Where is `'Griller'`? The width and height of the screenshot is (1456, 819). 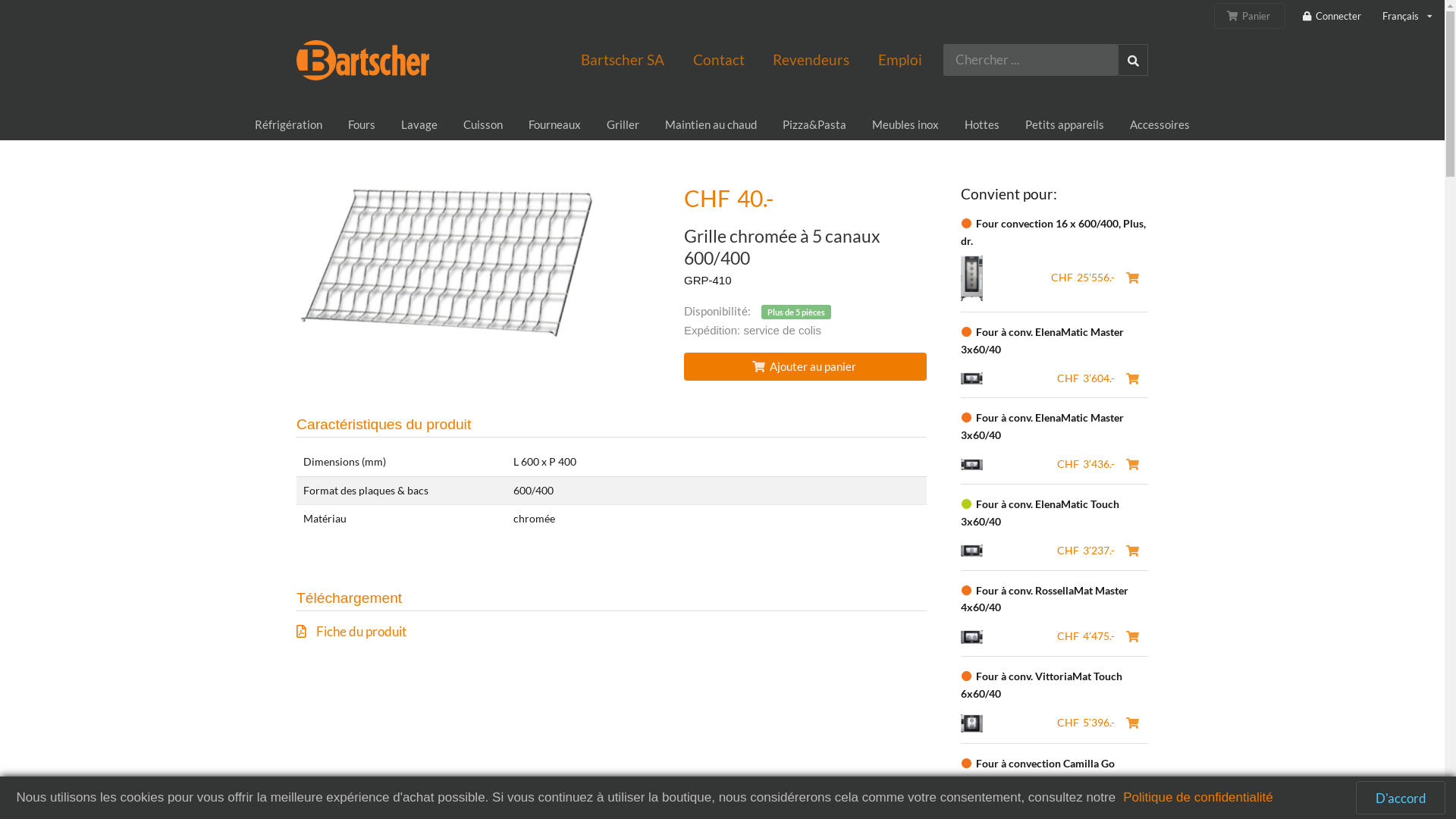 'Griller' is located at coordinates (623, 124).